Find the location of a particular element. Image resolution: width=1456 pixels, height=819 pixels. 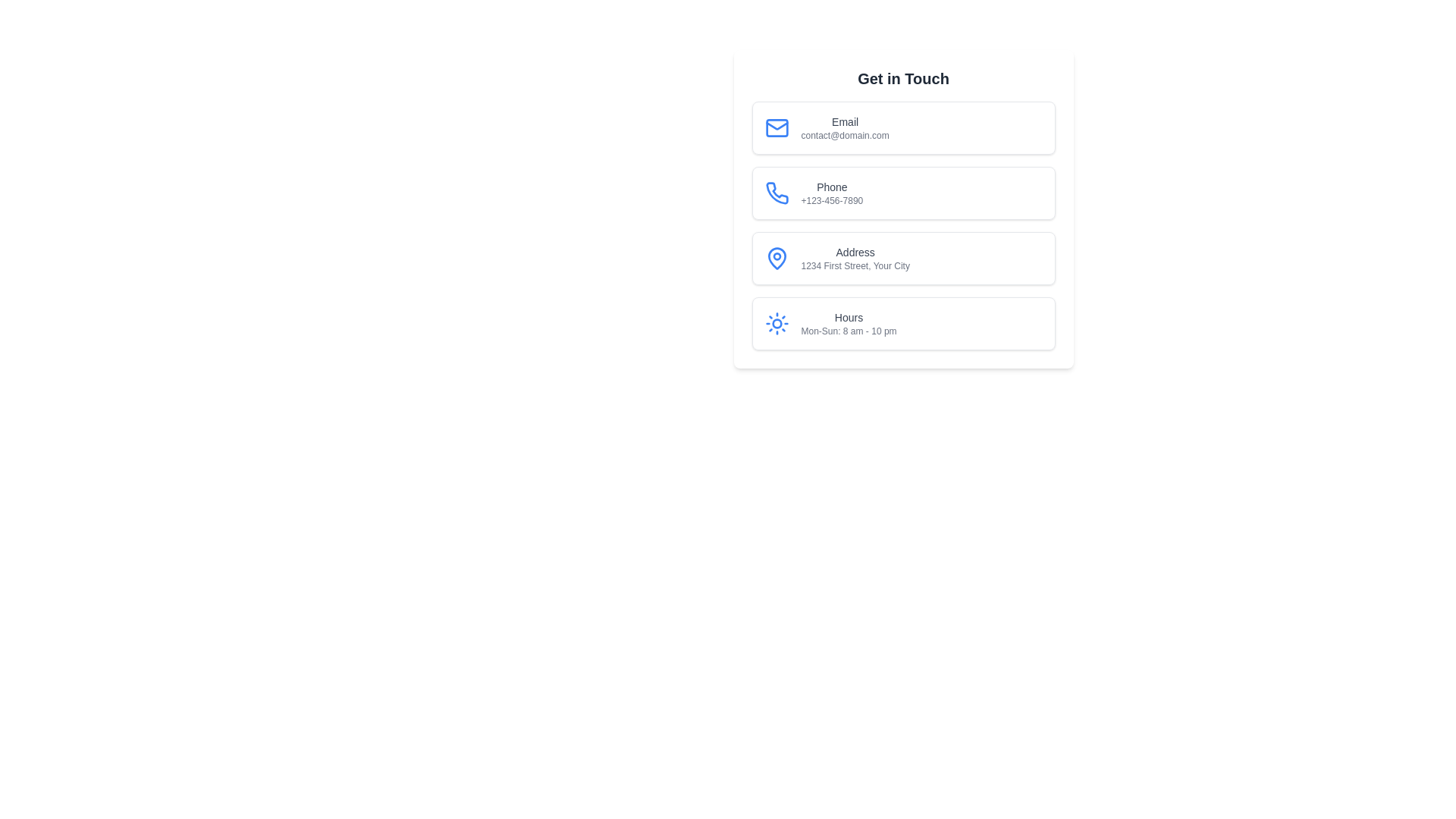

the first Informational Card displaying email contact details in the 'Get in Touch' section is located at coordinates (903, 127).